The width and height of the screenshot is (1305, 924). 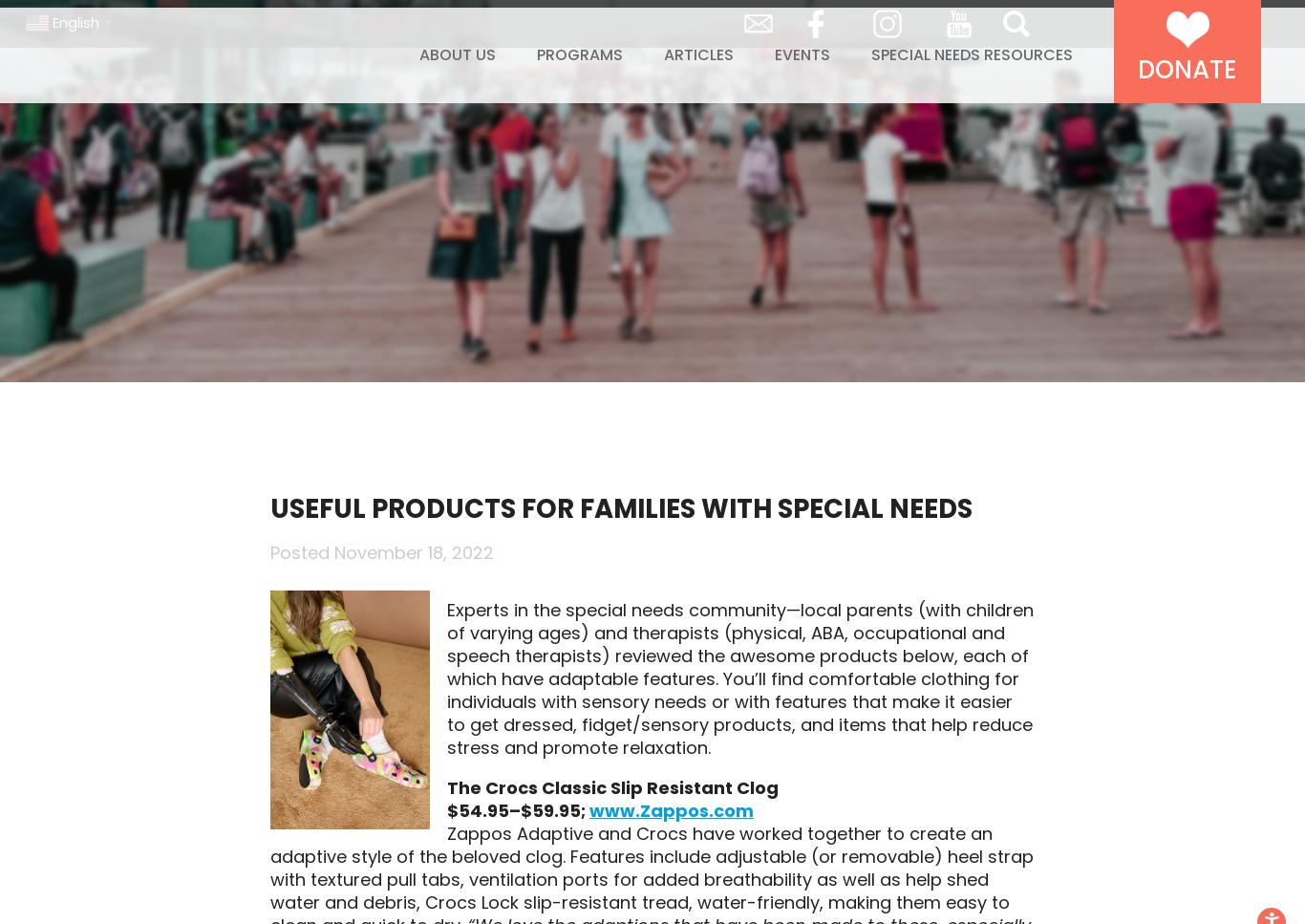 I want to click on 'Events', so click(x=801, y=95).